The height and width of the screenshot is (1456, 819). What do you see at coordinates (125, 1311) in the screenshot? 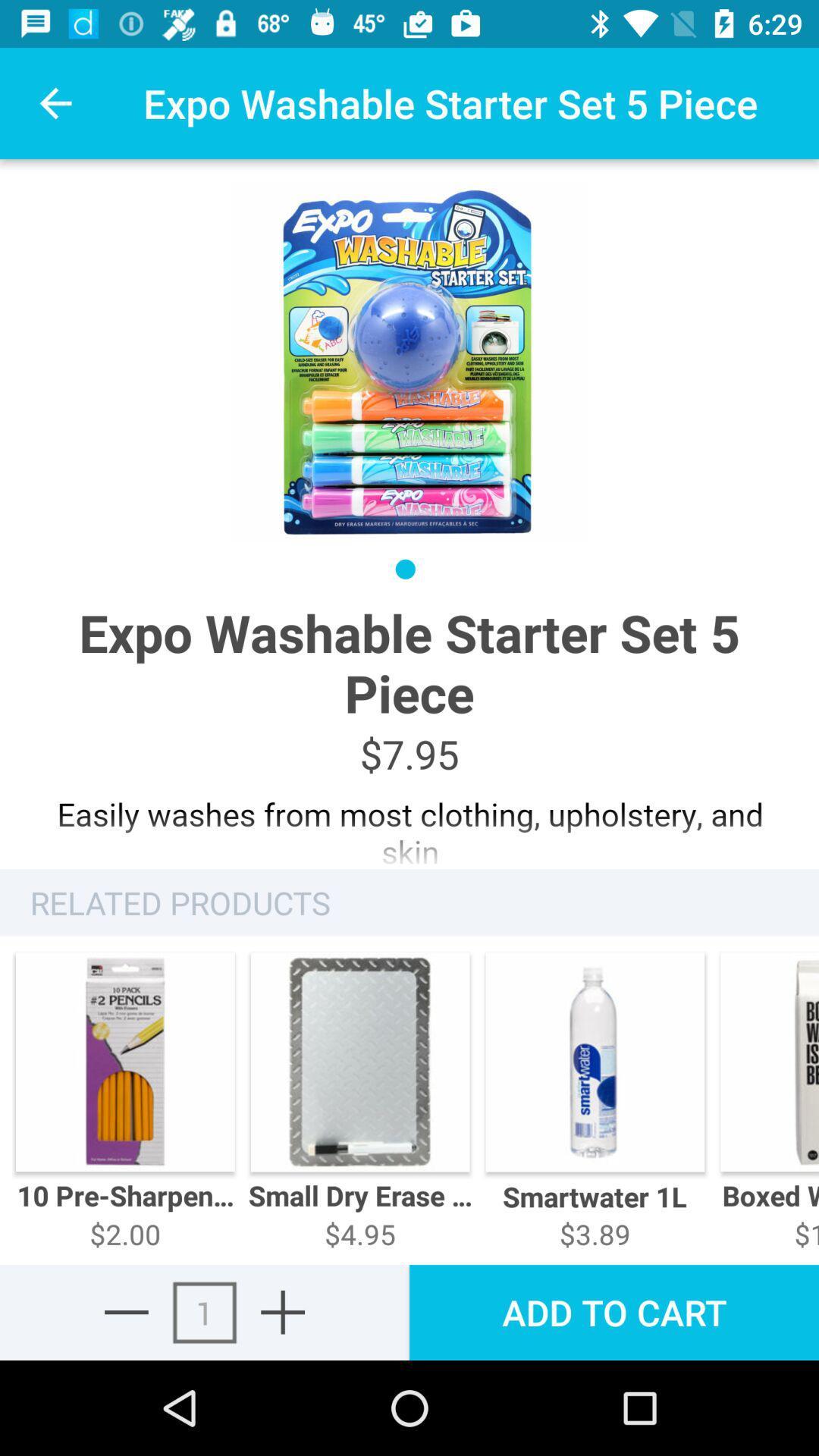
I see `the minus icon` at bounding box center [125, 1311].